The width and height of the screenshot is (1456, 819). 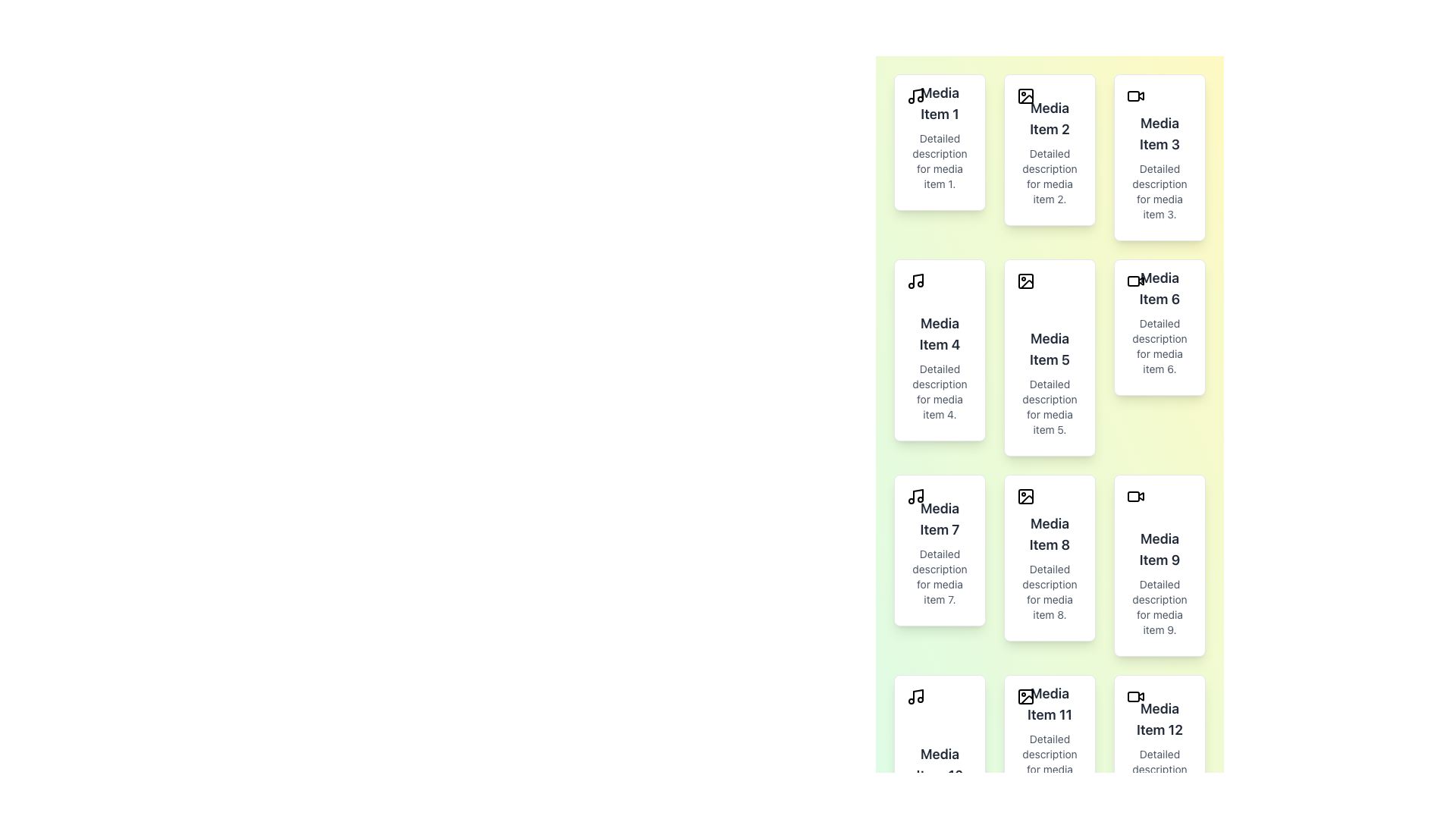 What do you see at coordinates (1159, 191) in the screenshot?
I see `the text label element that displays 'Detailed description for media item 3.', which is located beneath the title 'Media Item 3' in the third media card` at bounding box center [1159, 191].